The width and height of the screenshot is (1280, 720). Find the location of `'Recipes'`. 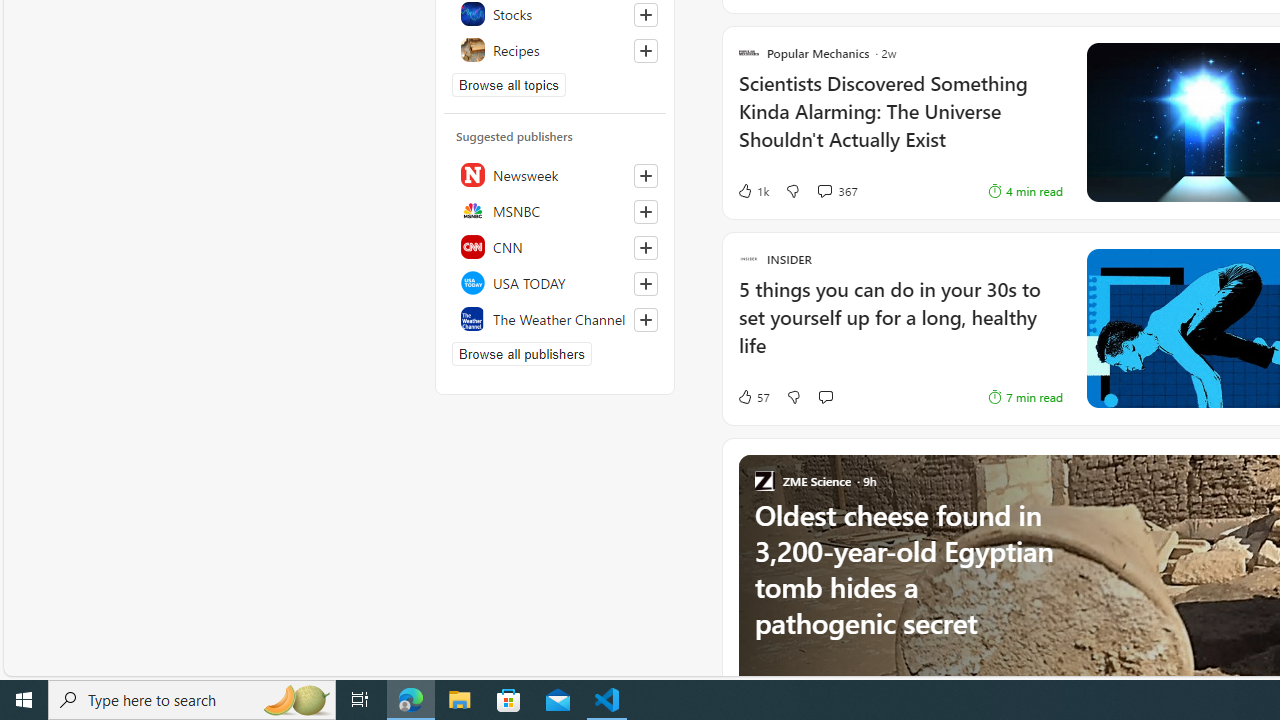

'Recipes' is located at coordinates (555, 49).